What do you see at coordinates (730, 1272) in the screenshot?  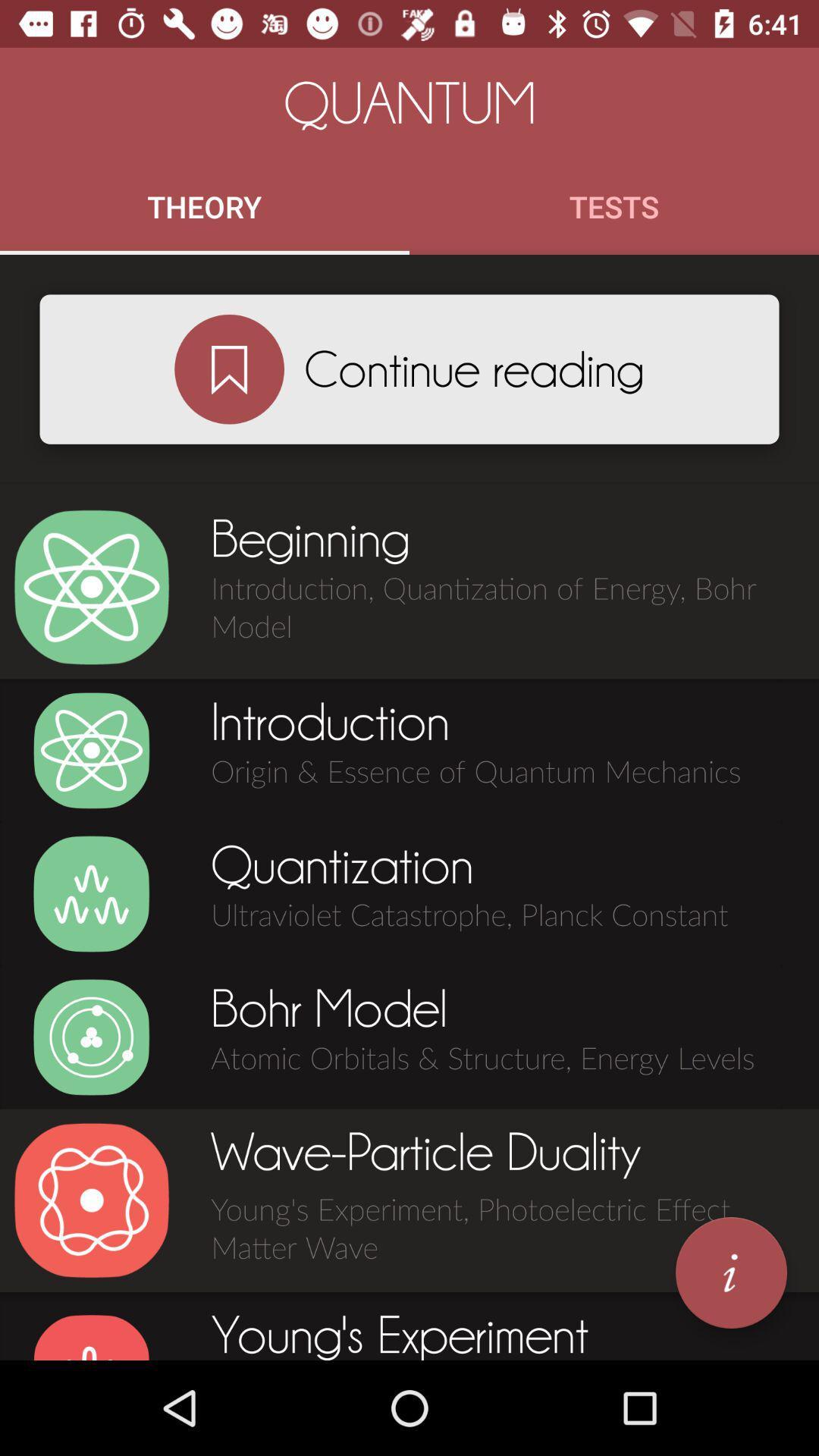 I see `get information on highlighted area` at bounding box center [730, 1272].